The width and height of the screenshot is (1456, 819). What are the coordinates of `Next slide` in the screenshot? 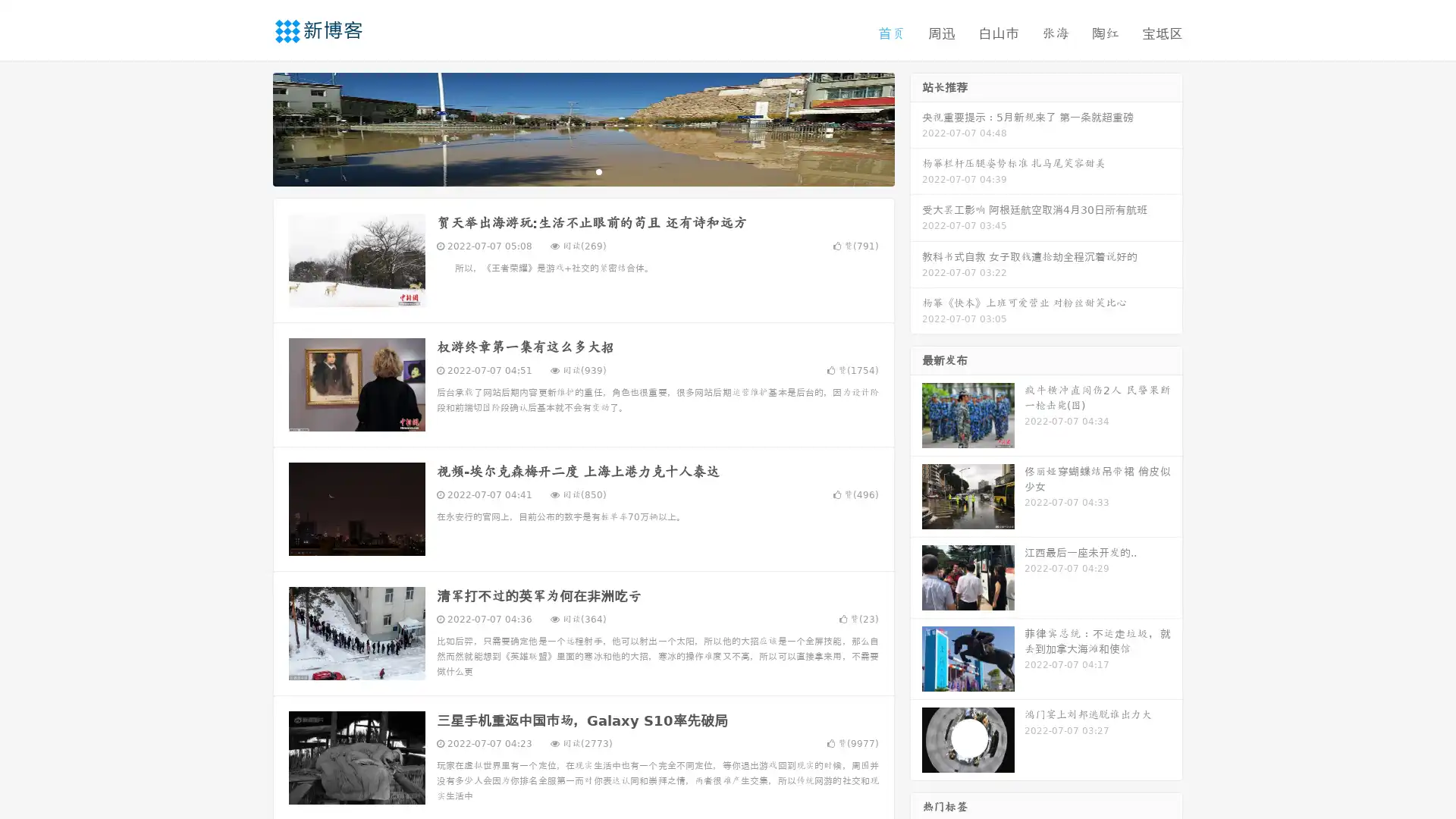 It's located at (916, 127).